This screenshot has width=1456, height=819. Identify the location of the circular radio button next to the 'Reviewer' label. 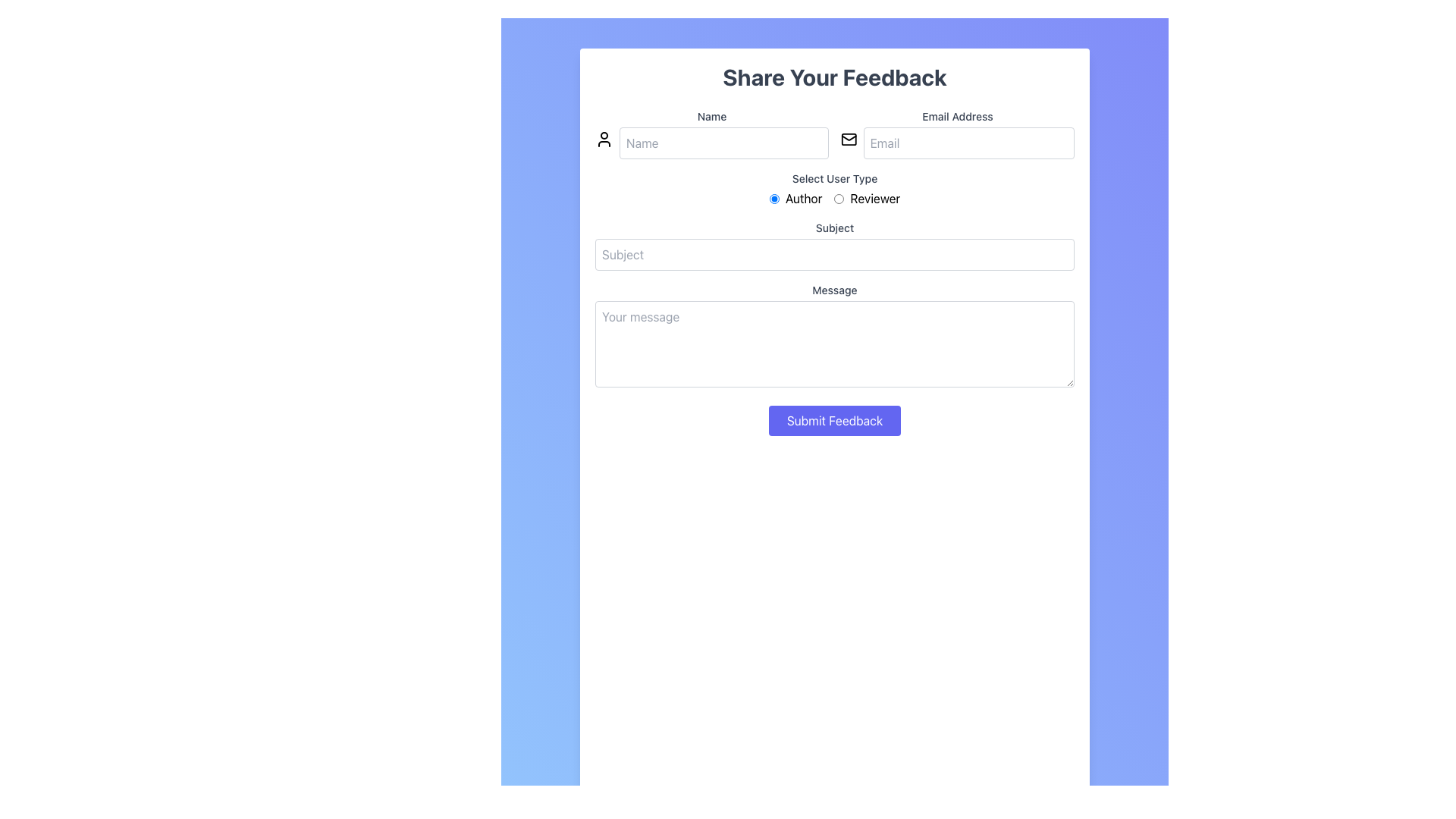
(838, 198).